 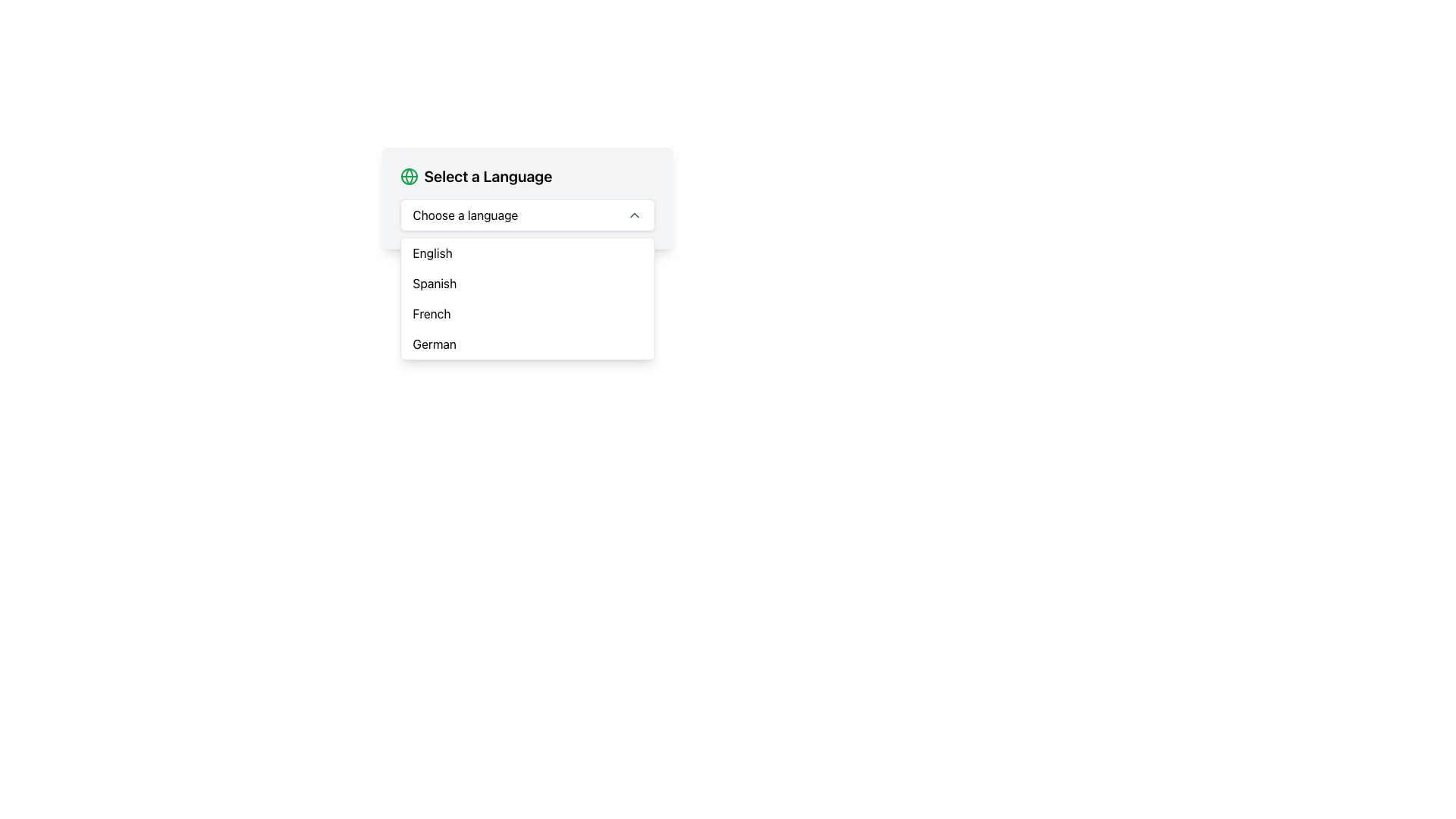 I want to click on the globe icon, which is green and located to the left of the text 'Select a Language', so click(x=409, y=175).